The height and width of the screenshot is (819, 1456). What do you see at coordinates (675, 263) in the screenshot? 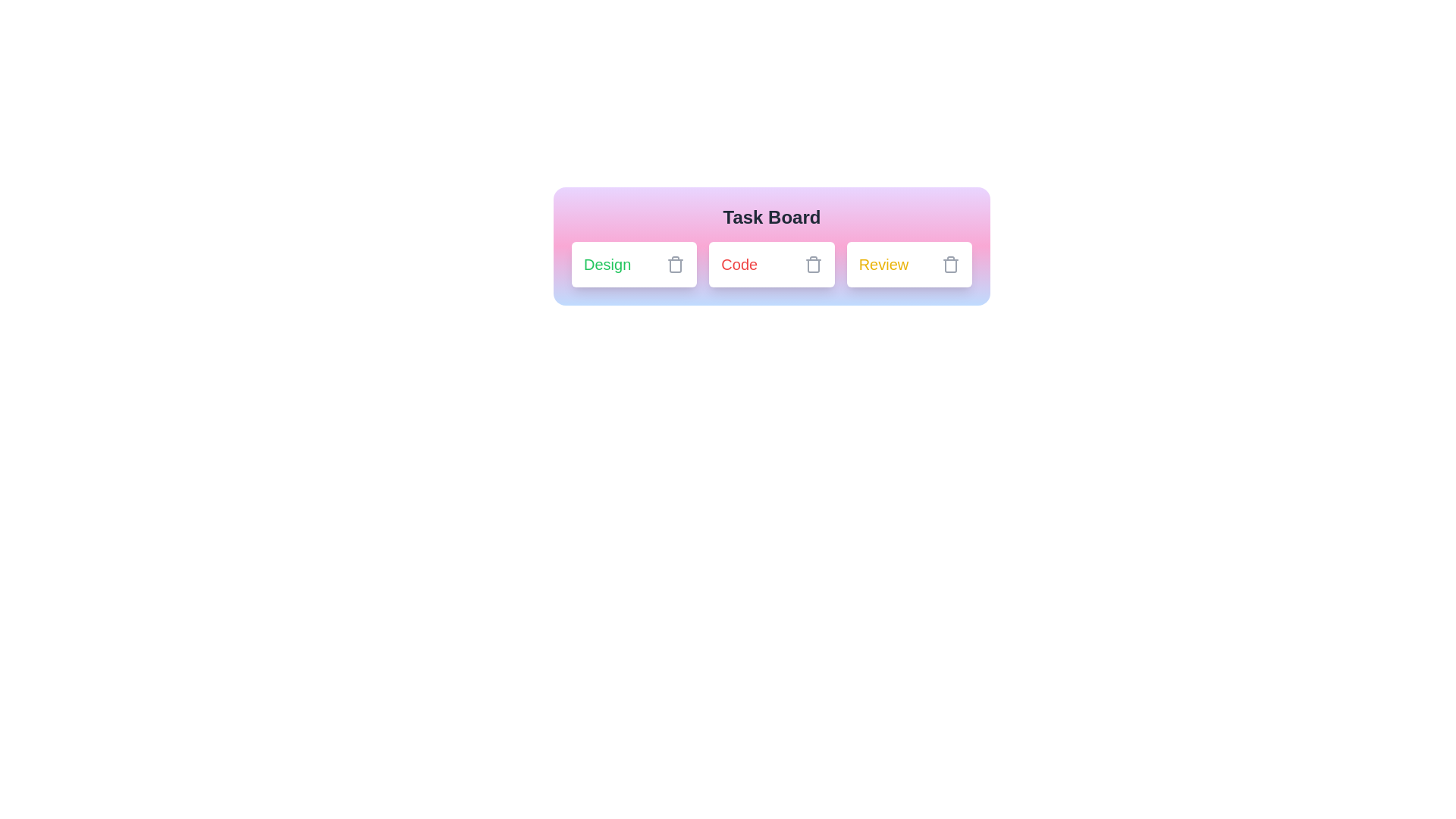
I see `delete button next to the chip labeled Design to remove it` at bounding box center [675, 263].